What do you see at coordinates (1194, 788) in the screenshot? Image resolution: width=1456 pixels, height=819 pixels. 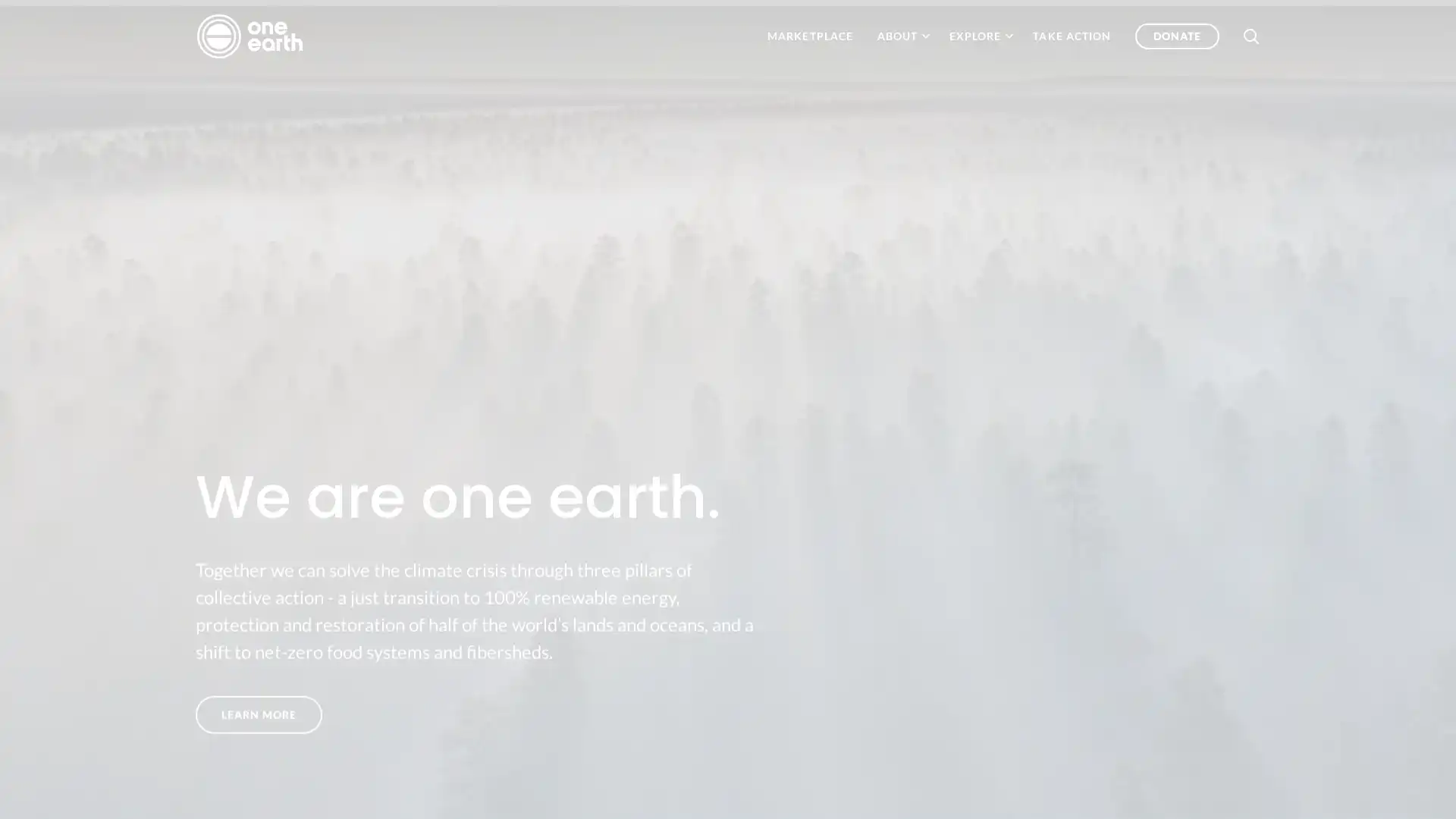 I see `Customize` at bounding box center [1194, 788].